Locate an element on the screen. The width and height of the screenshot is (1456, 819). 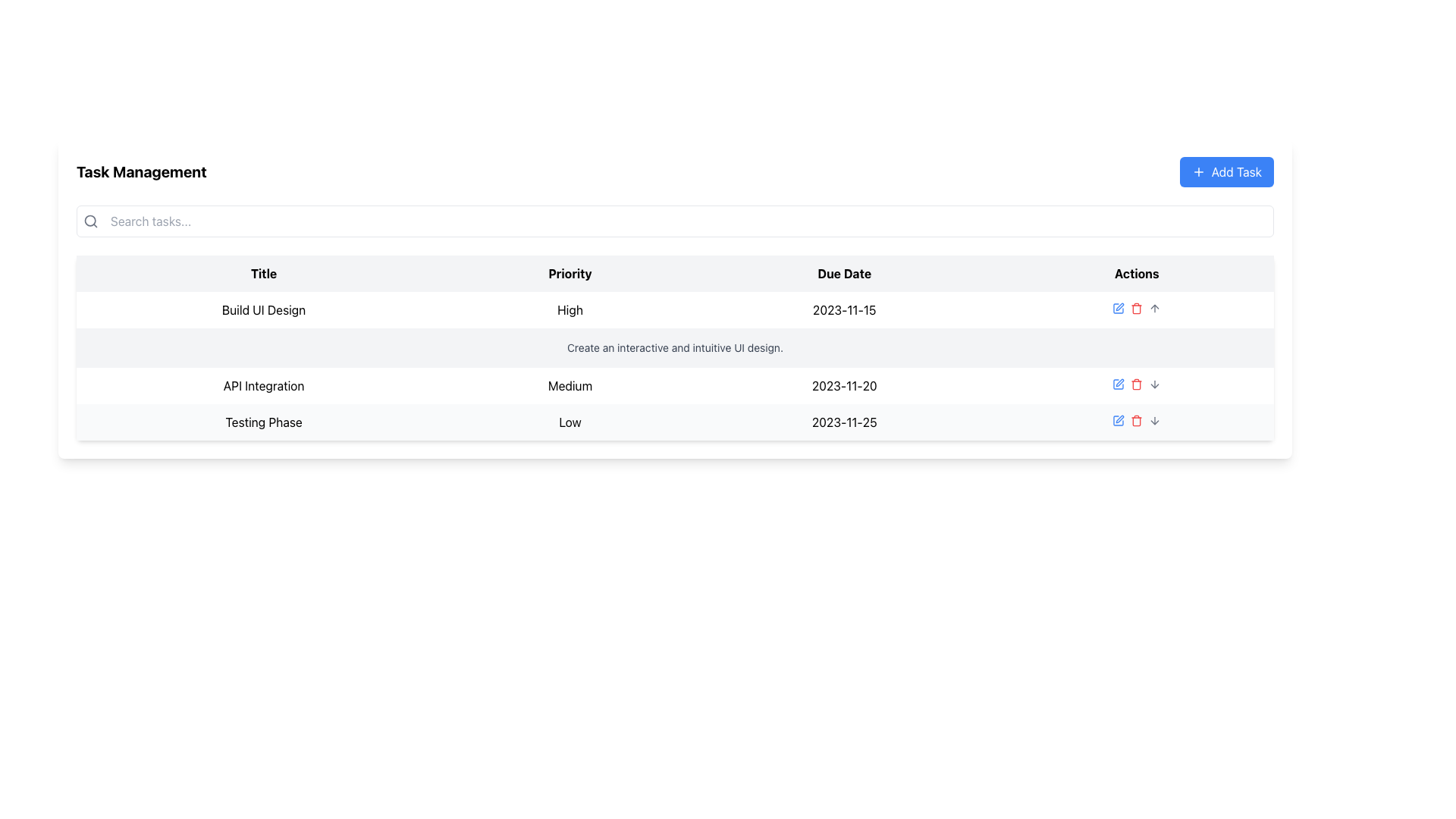
the action button located in the 'Actions' column of the first row in the task table, which represents editing or viewing task details is located at coordinates (1119, 383).